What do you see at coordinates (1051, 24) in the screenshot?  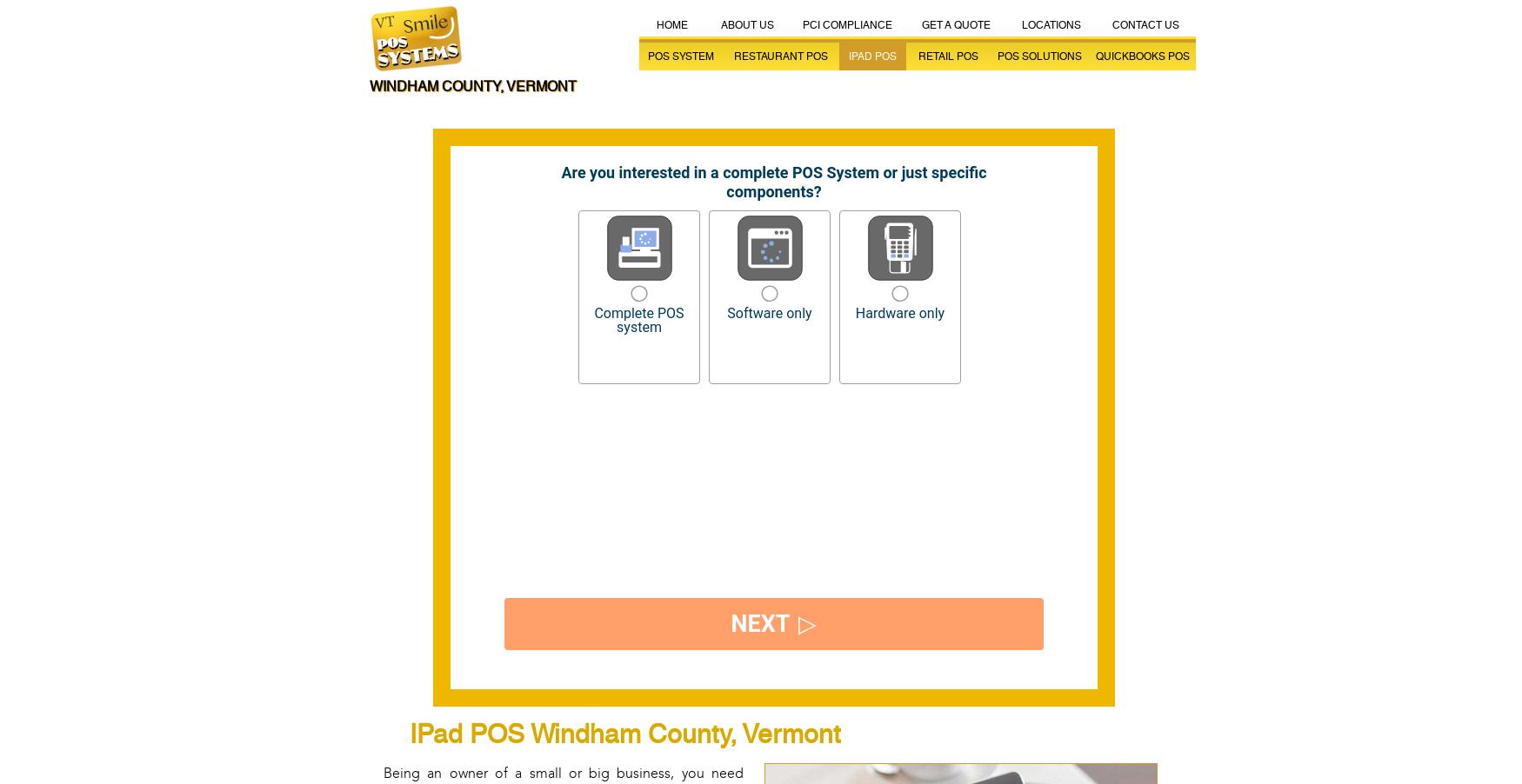 I see `'Locations'` at bounding box center [1051, 24].